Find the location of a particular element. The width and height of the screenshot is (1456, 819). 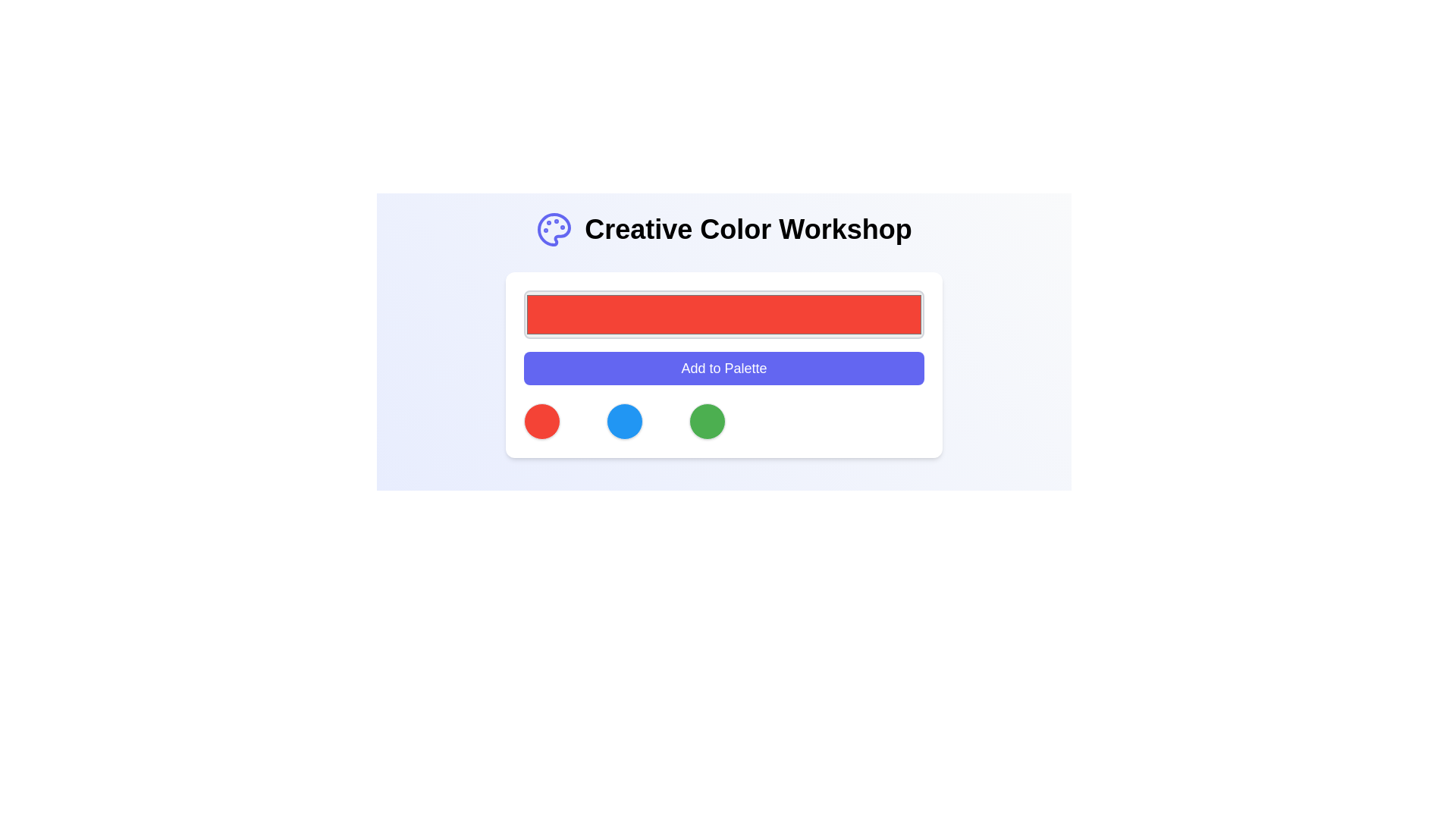

the text label that serves as a title for the artistic or palette creation functionalities, positioned to the right of a purple palette icon is located at coordinates (748, 230).